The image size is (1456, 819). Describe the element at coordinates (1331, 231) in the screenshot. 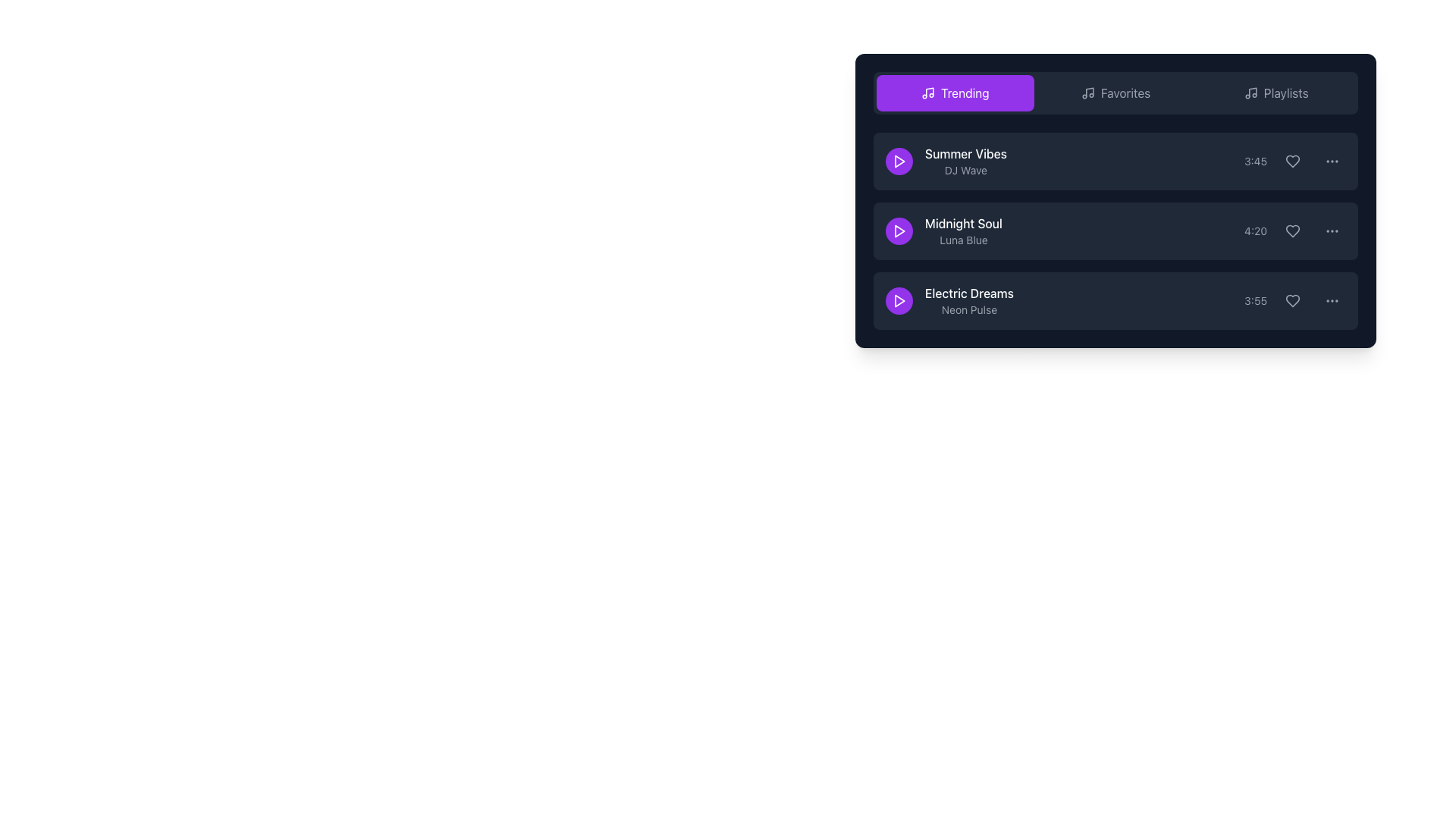

I see `the ellipsis icon located inside a clickable button styled as a rounded rectangle on the right end of the second row in the list` at that location.